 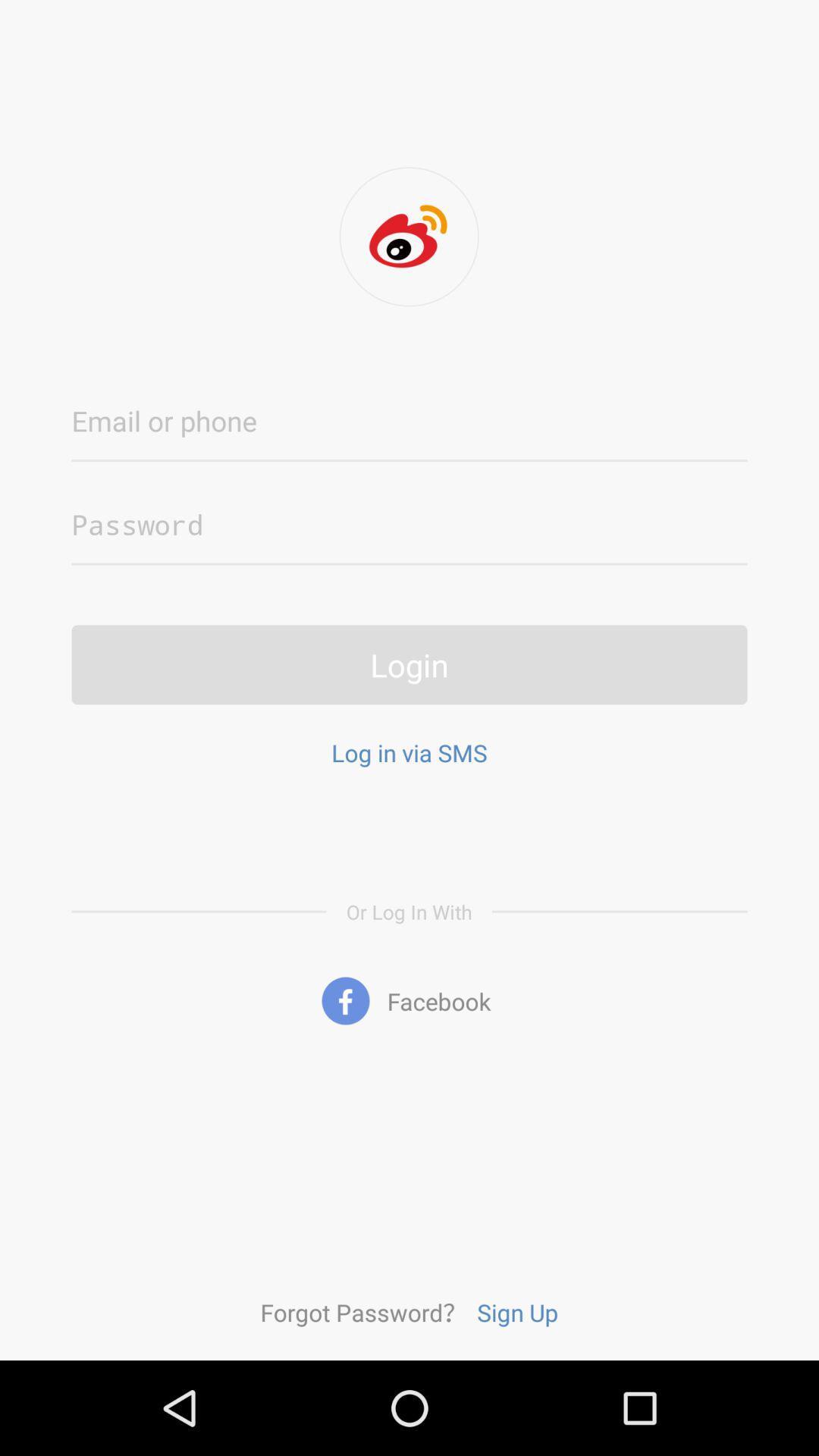 What do you see at coordinates (516, 1311) in the screenshot?
I see `sign up item` at bounding box center [516, 1311].